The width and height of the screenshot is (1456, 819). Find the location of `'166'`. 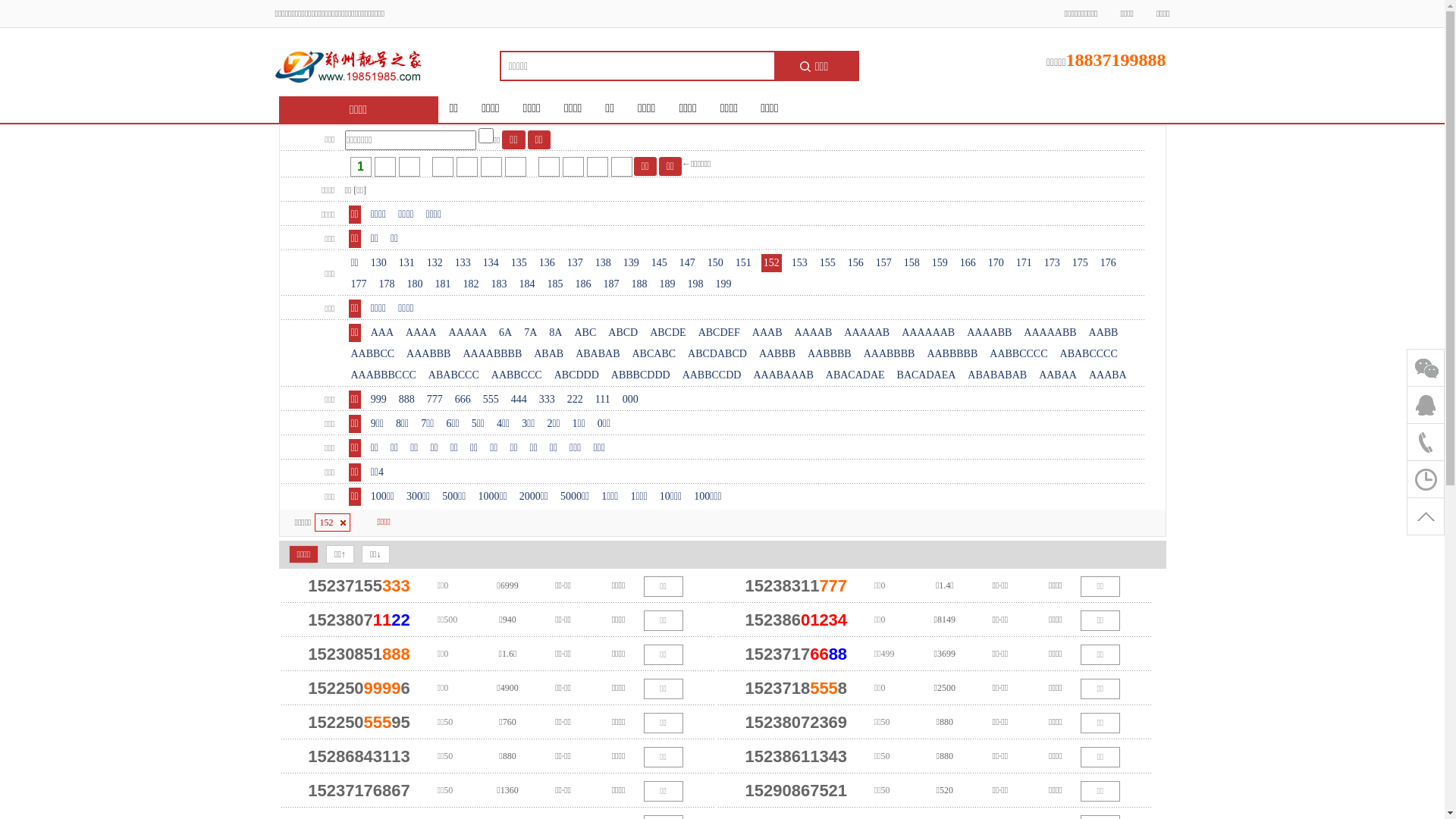

'166' is located at coordinates (967, 262).